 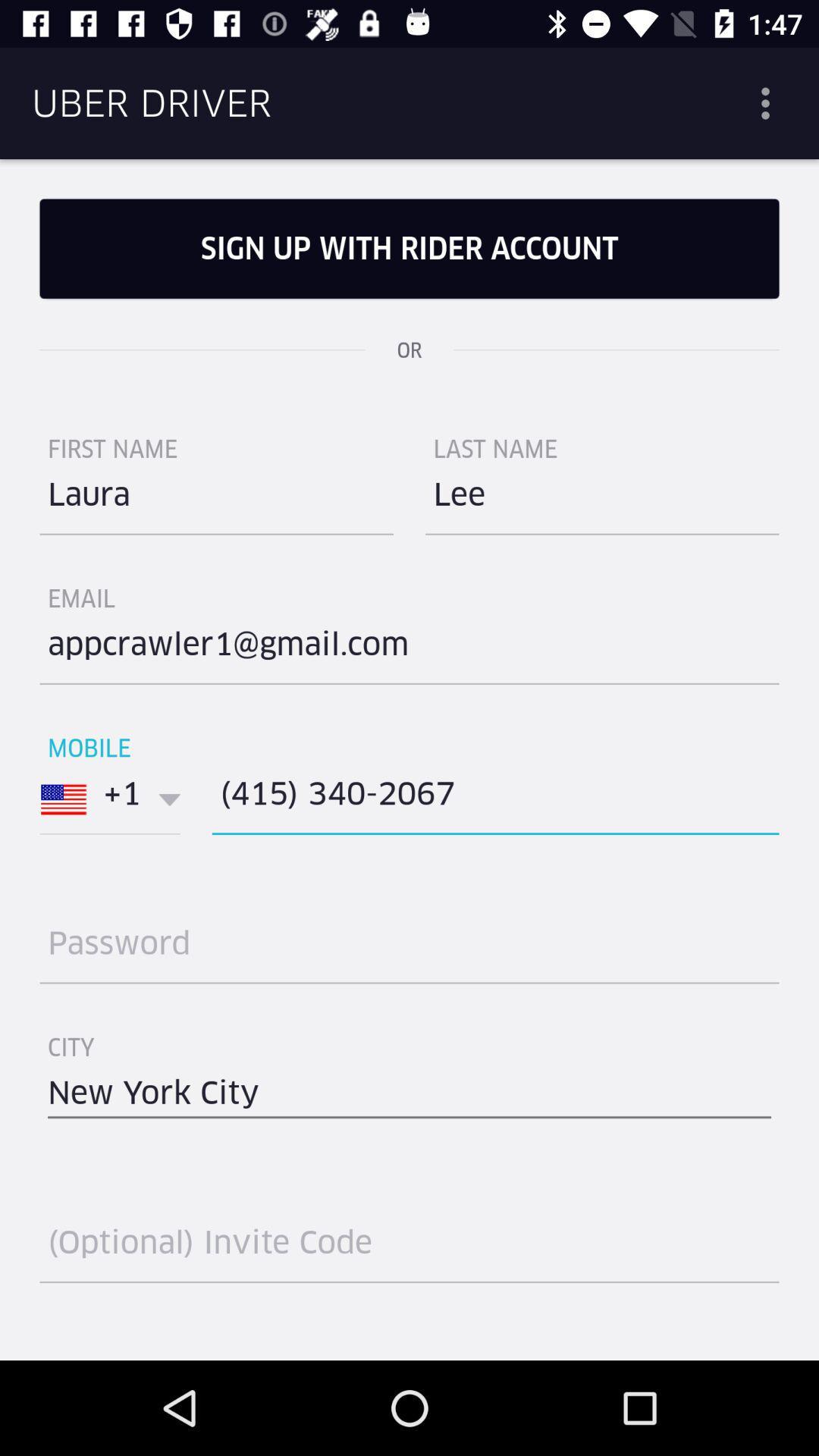 What do you see at coordinates (409, 1248) in the screenshot?
I see `type here` at bounding box center [409, 1248].